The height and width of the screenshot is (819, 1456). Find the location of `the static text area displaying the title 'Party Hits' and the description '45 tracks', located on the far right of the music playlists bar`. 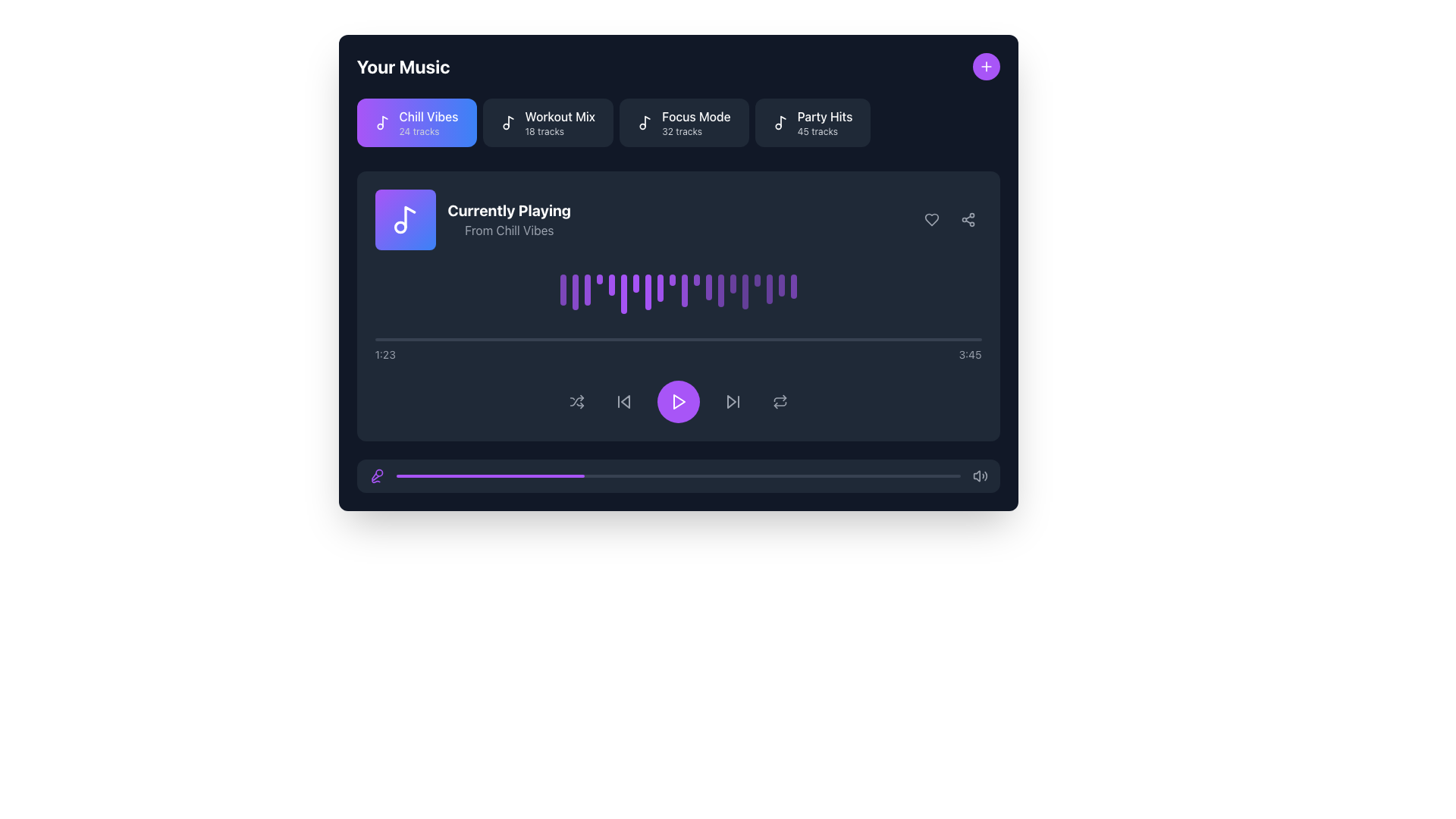

the static text area displaying the title 'Party Hits' and the description '45 tracks', located on the far right of the music playlists bar is located at coordinates (824, 122).